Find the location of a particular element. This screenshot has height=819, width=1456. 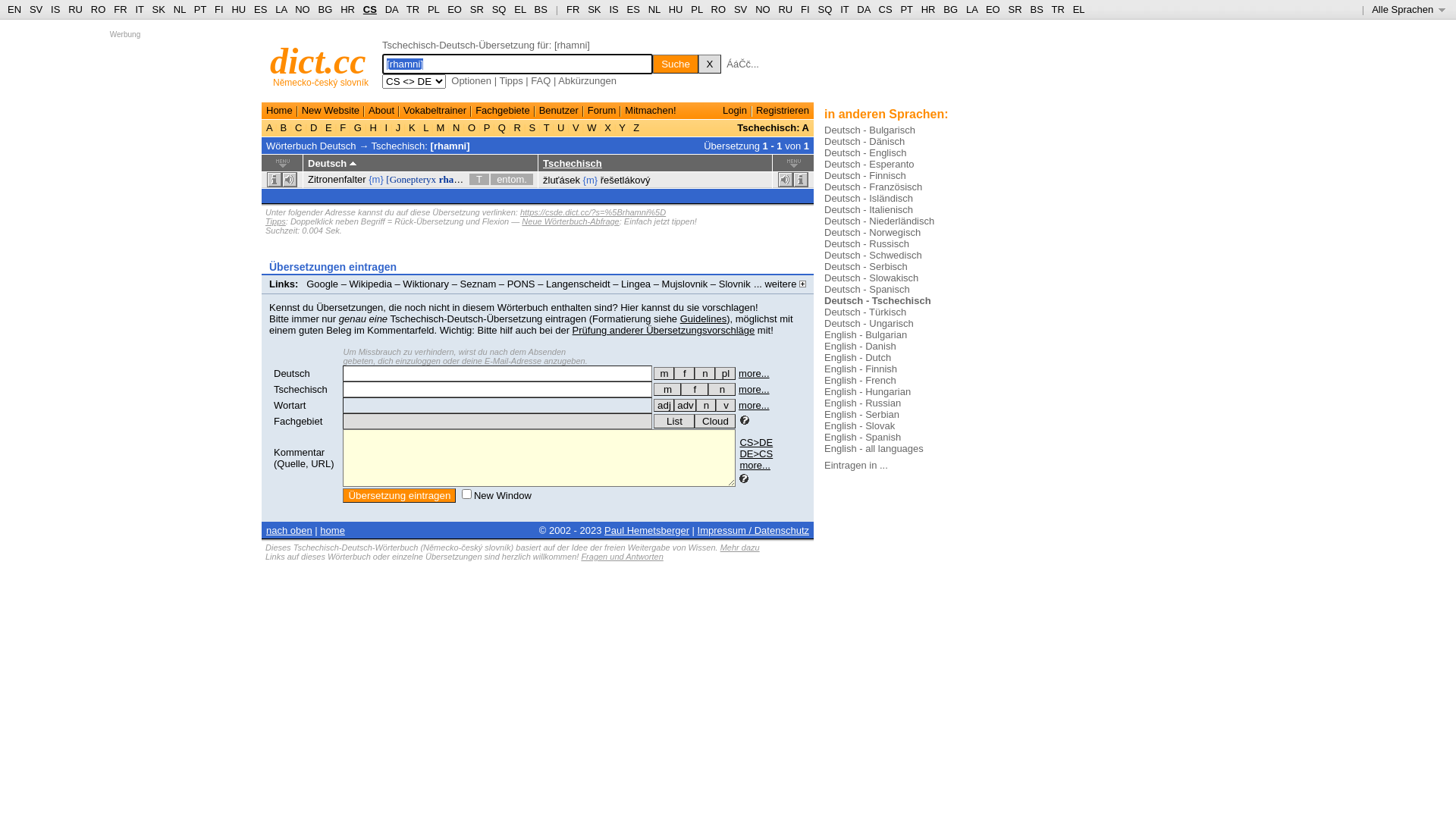

'Deutsch - Bulgarisch' is located at coordinates (823, 129).